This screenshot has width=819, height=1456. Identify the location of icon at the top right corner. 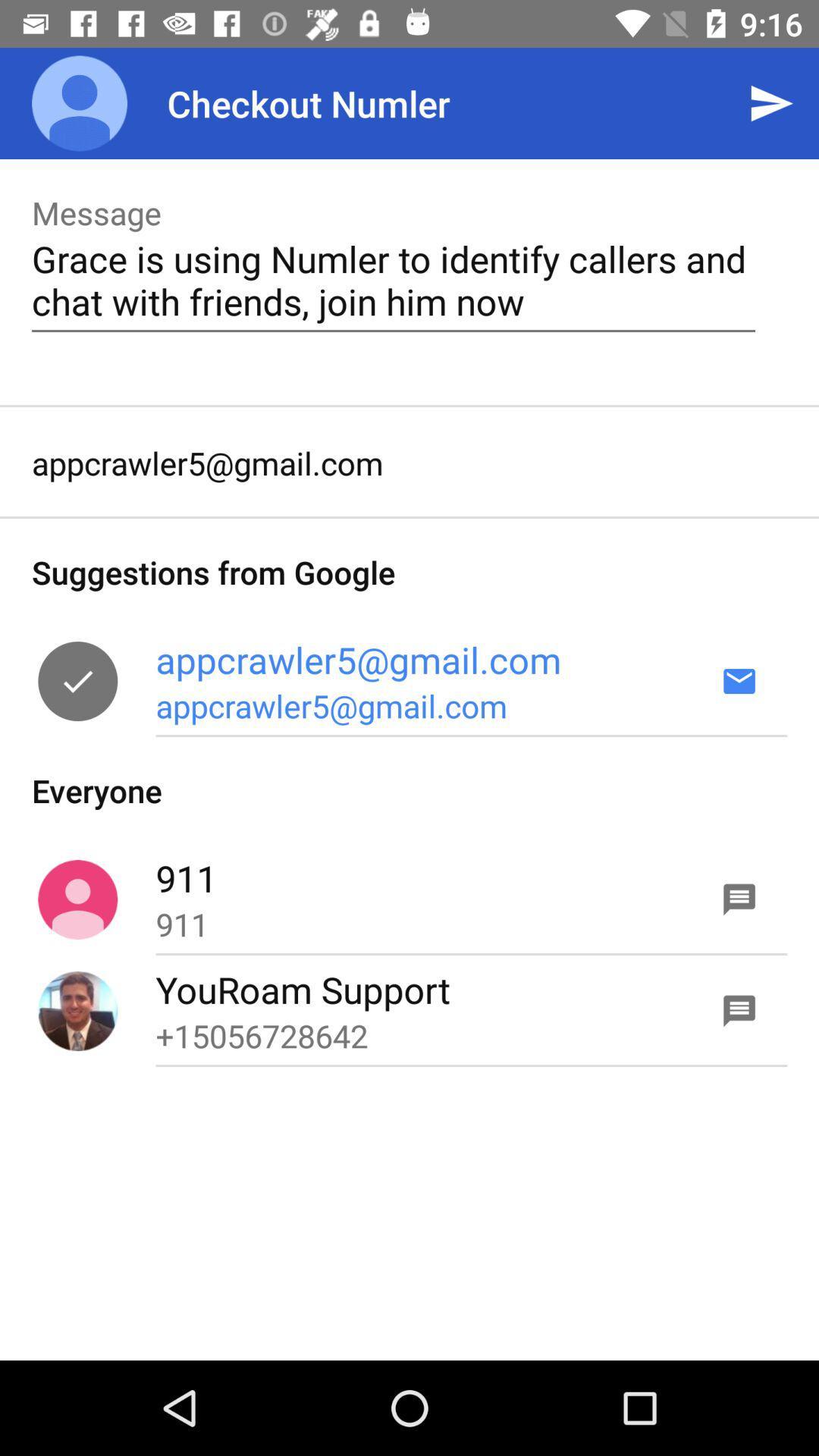
(771, 102).